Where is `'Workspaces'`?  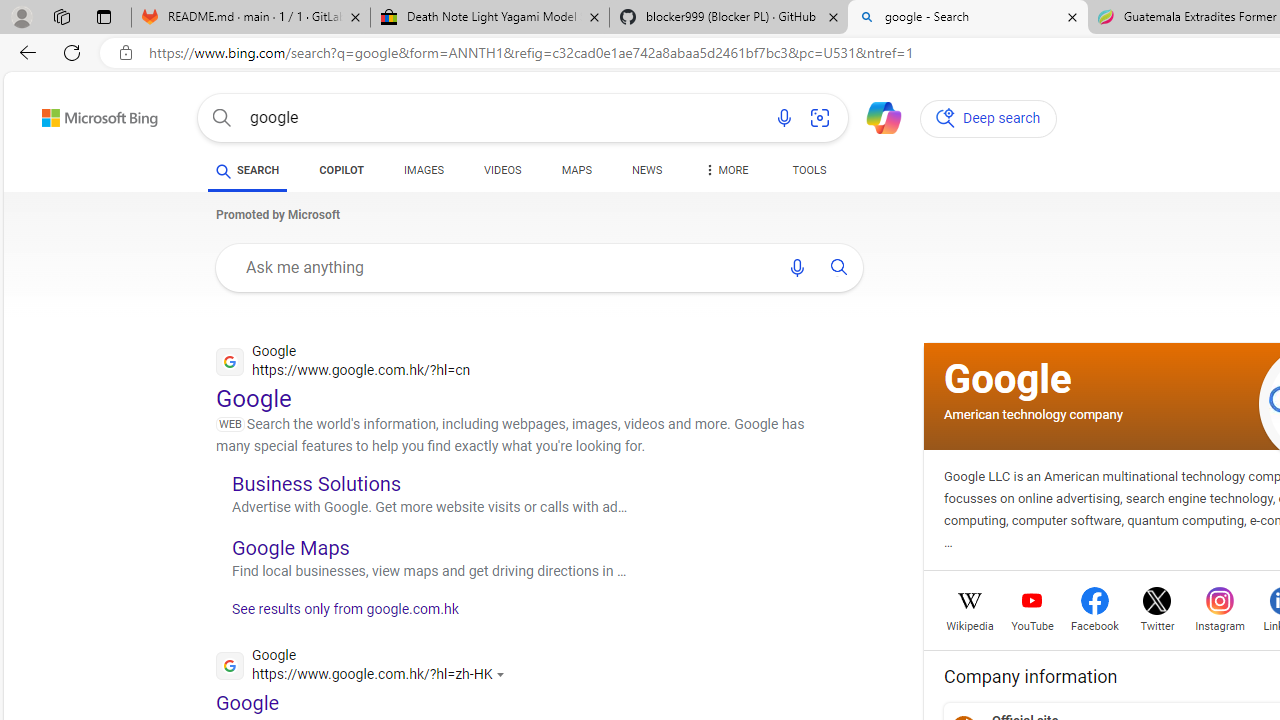
'Workspaces' is located at coordinates (61, 16).